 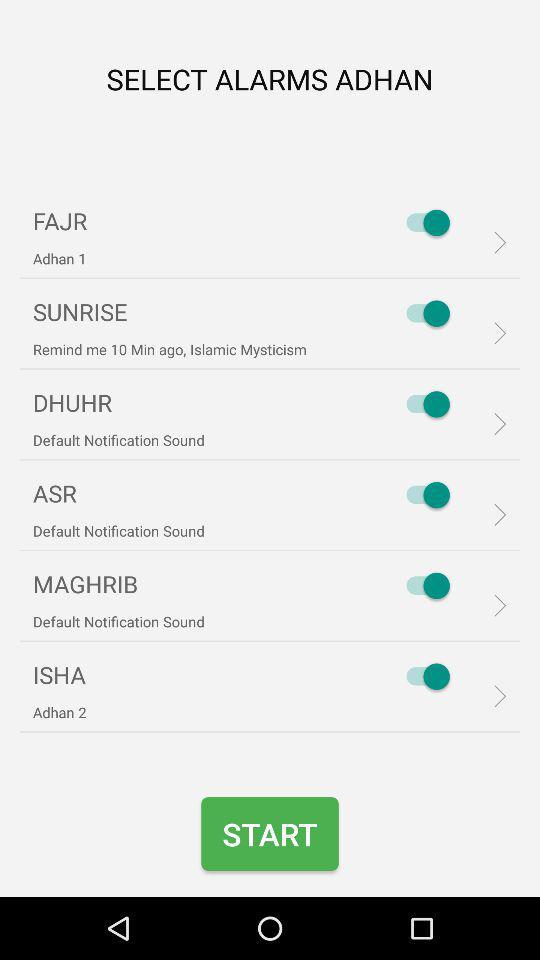 I want to click on start icon, so click(x=270, y=834).